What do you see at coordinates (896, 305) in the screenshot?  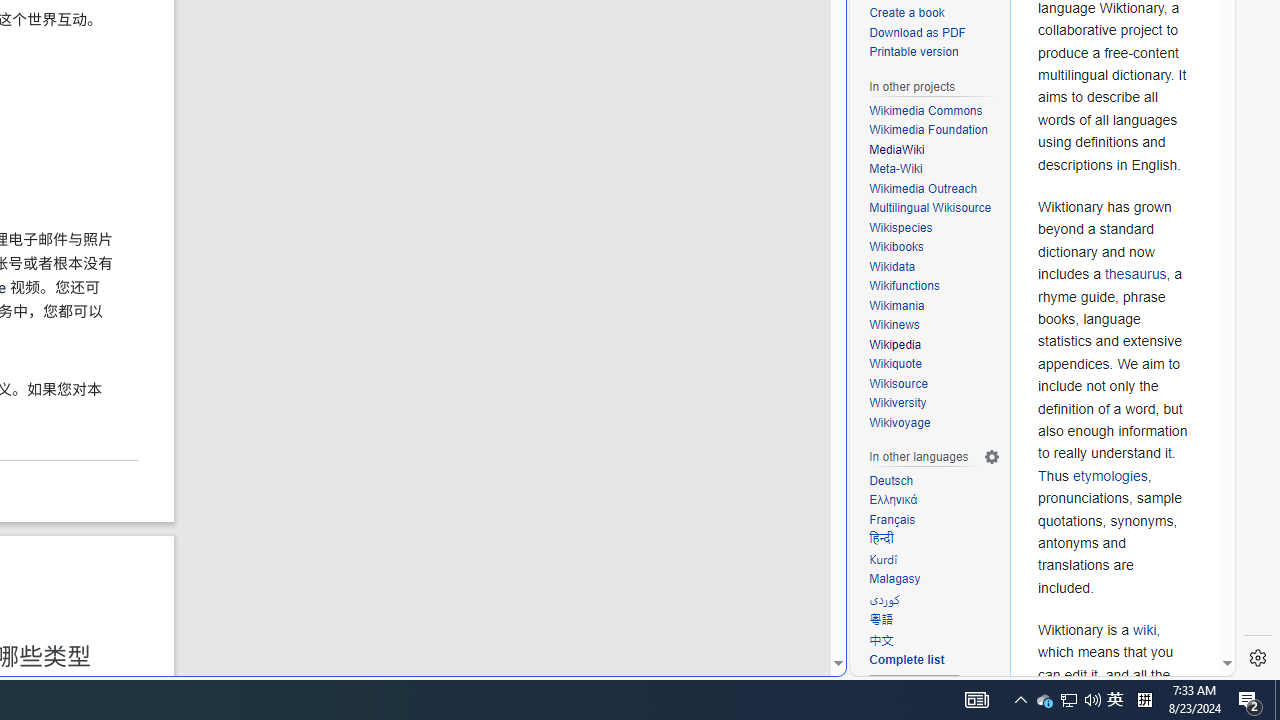 I see `'Wikimania'` at bounding box center [896, 305].